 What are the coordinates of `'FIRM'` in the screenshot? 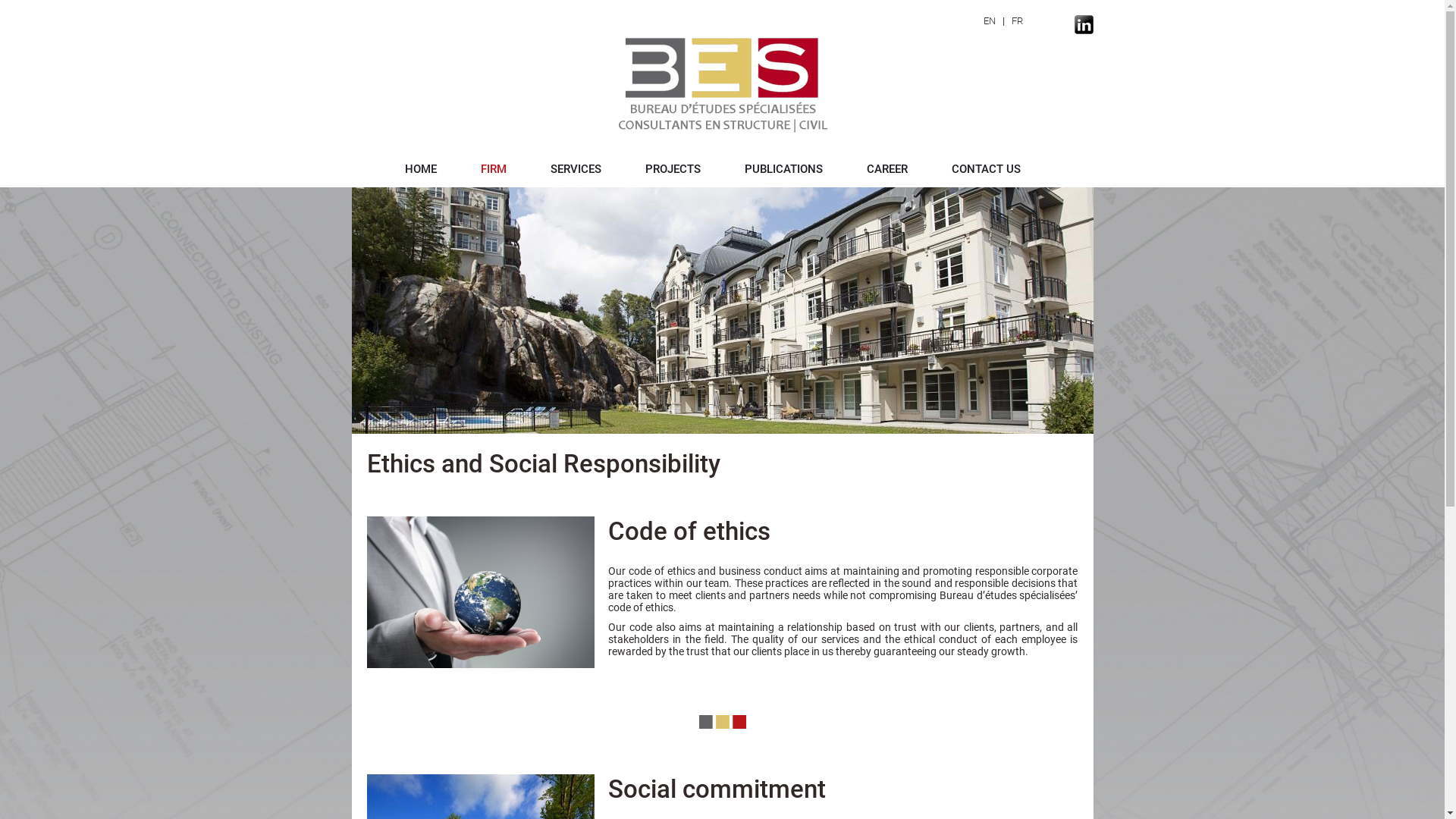 It's located at (479, 169).